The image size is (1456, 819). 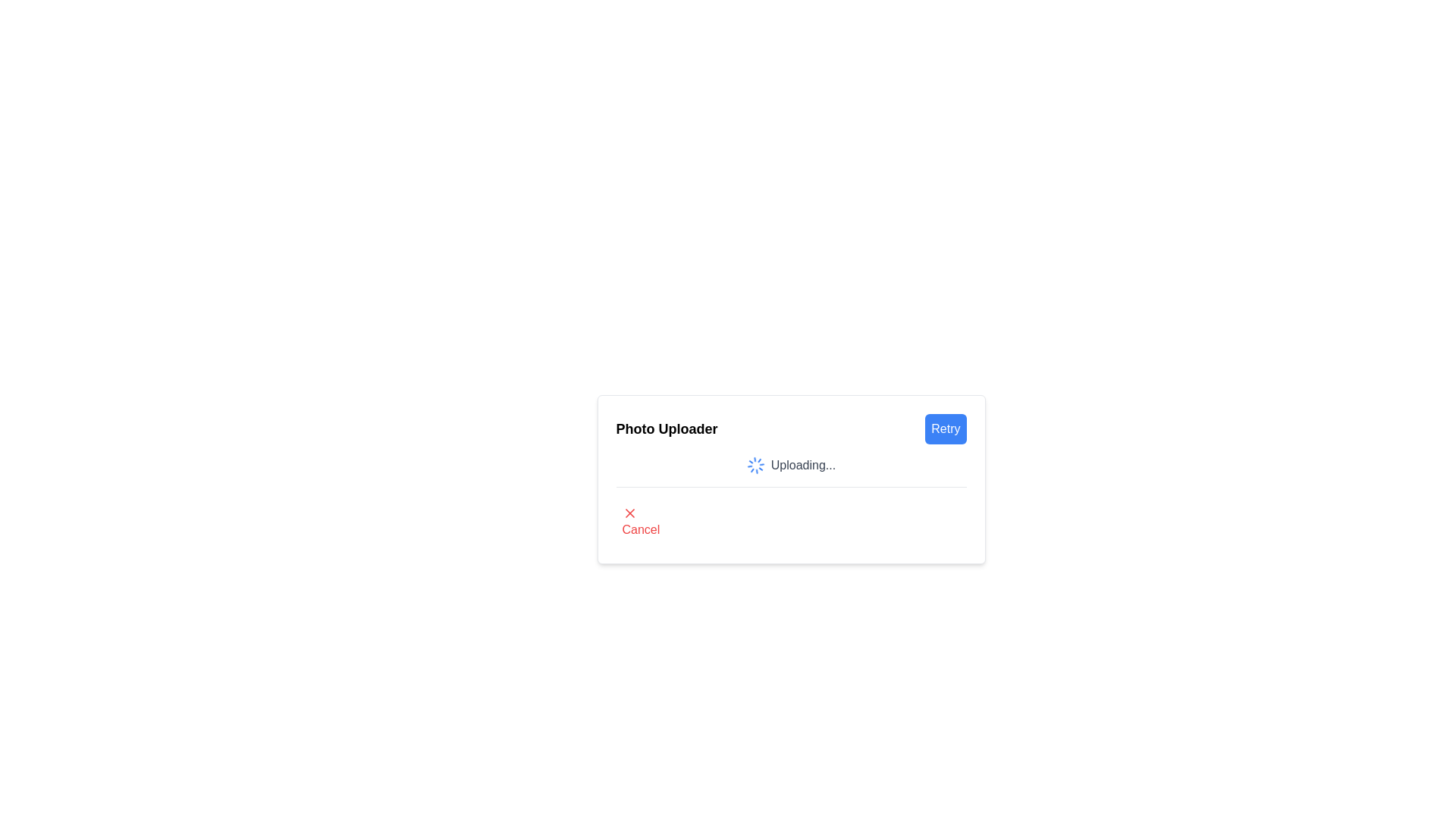 I want to click on the red 'X' icon located in the bottom-left region of the 'Photo Uploader' popup, so click(x=629, y=513).